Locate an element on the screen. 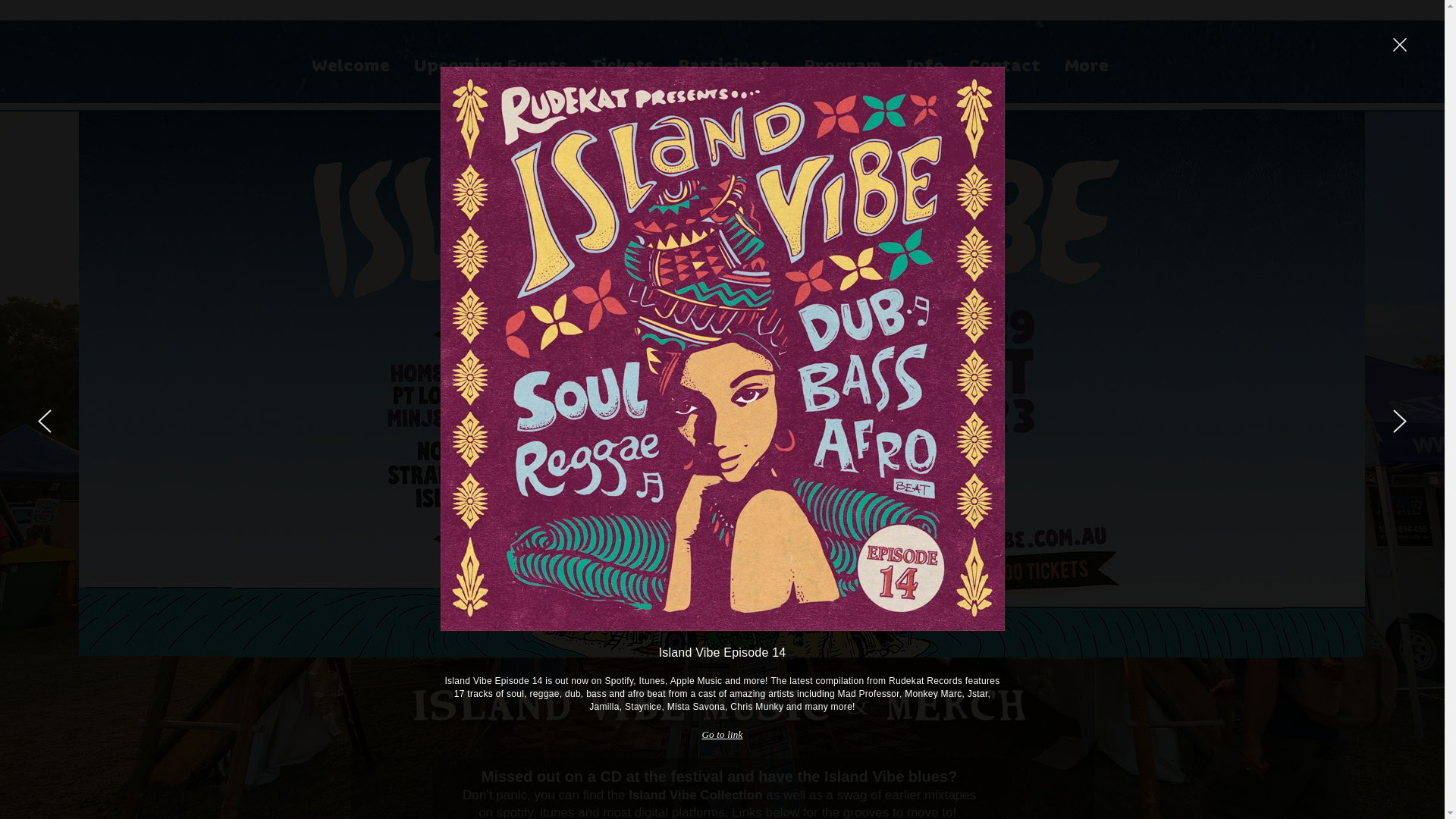 The width and height of the screenshot is (1456, 819). 'Participate' is located at coordinates (666, 64).